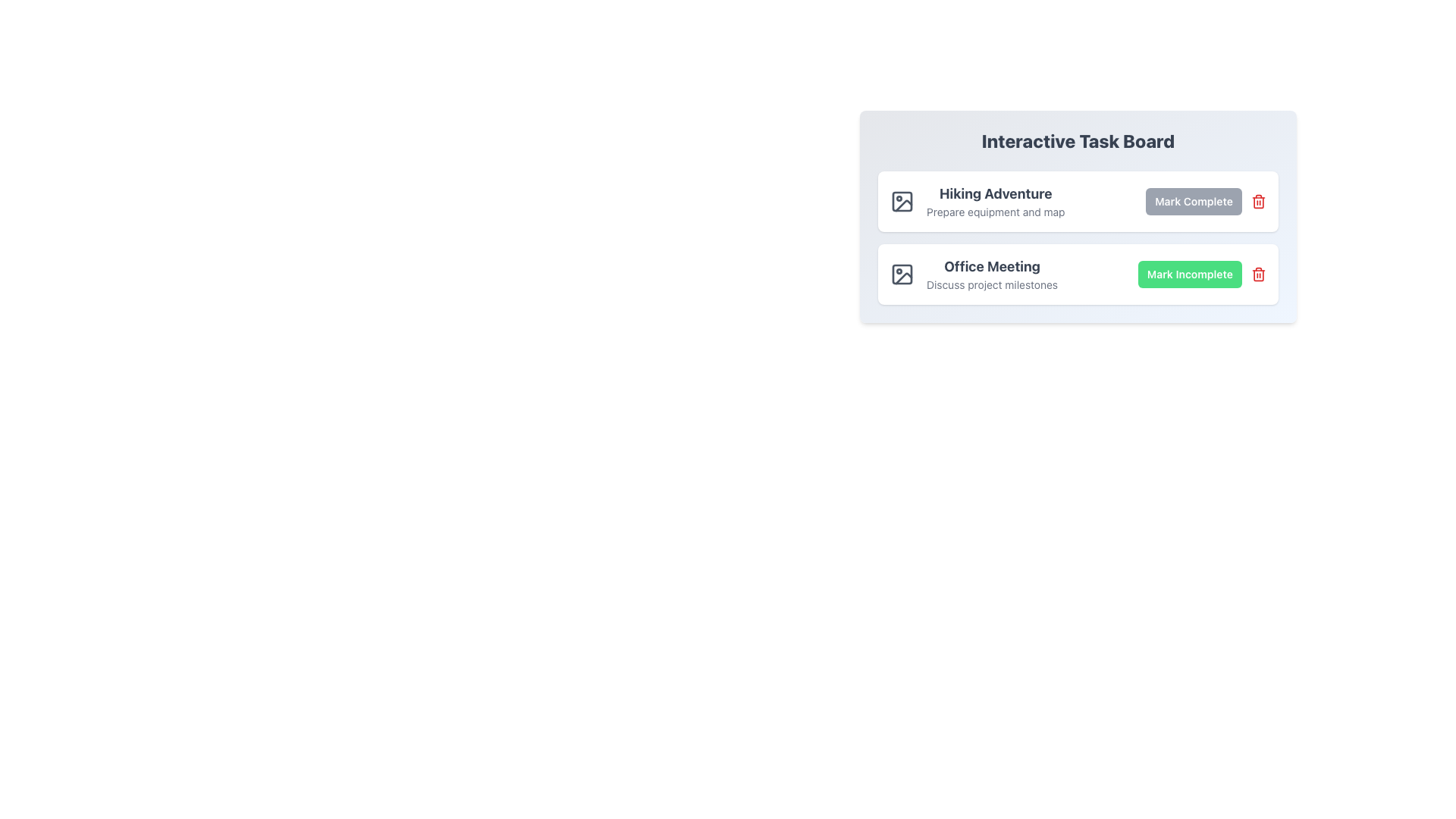 The image size is (1456, 819). What do you see at coordinates (902, 275) in the screenshot?
I see `the Image icon (SVG) representing the task titled 'Office Meeting', located to the left of the task text components` at bounding box center [902, 275].